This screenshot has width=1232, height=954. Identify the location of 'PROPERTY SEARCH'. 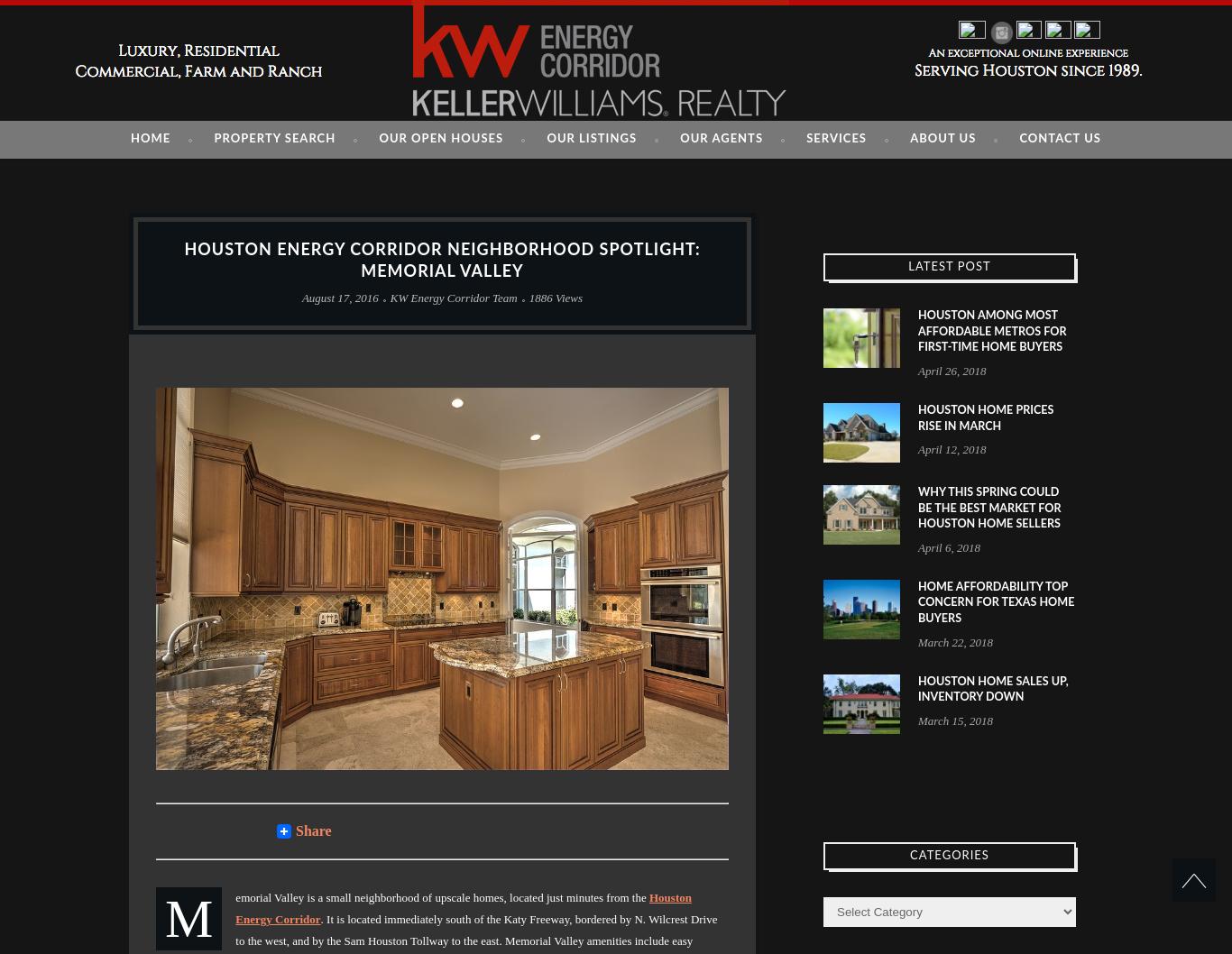
(274, 138).